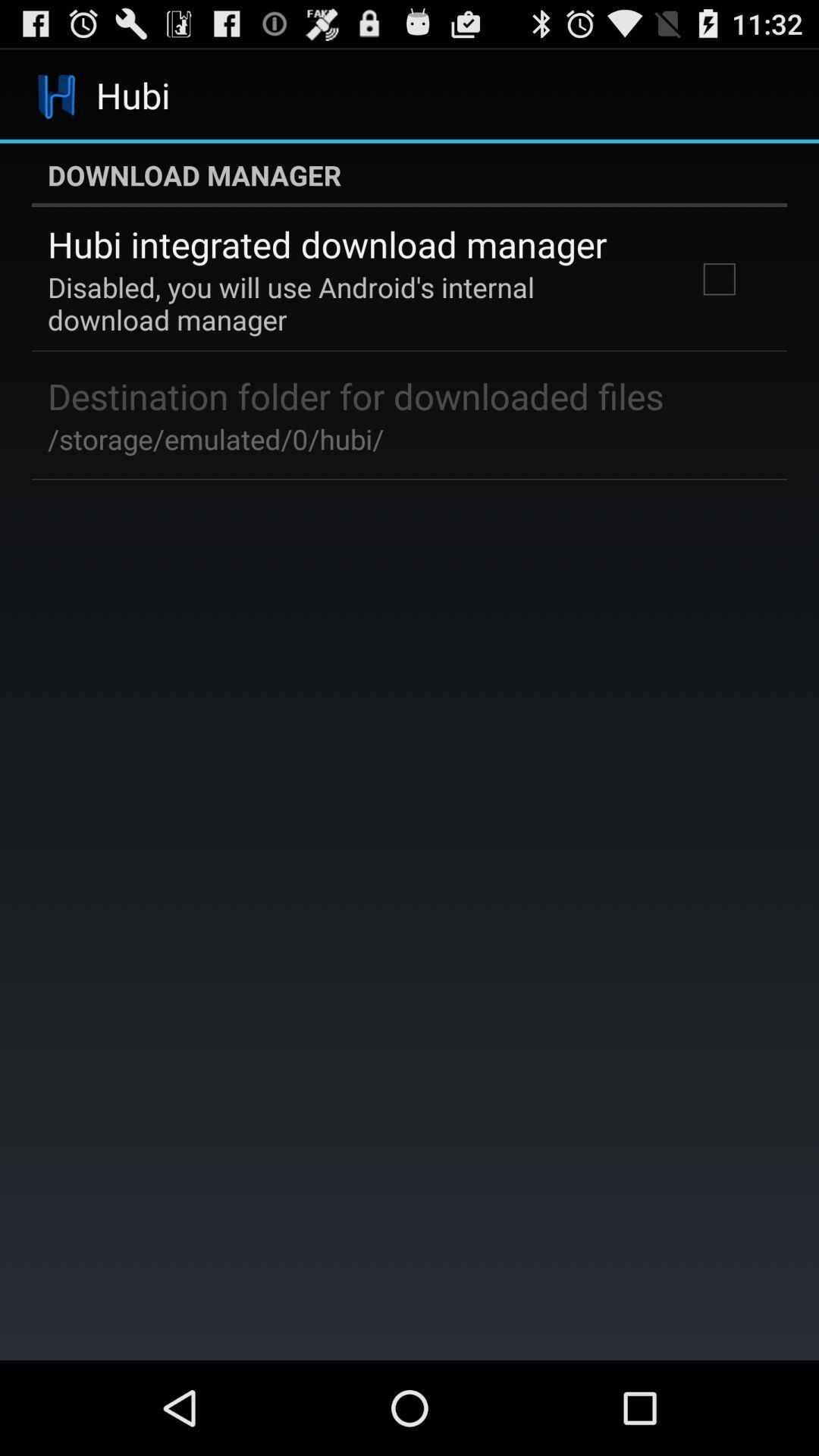 The image size is (819, 1456). Describe the element at coordinates (326, 244) in the screenshot. I see `the hubi integrated download item` at that location.